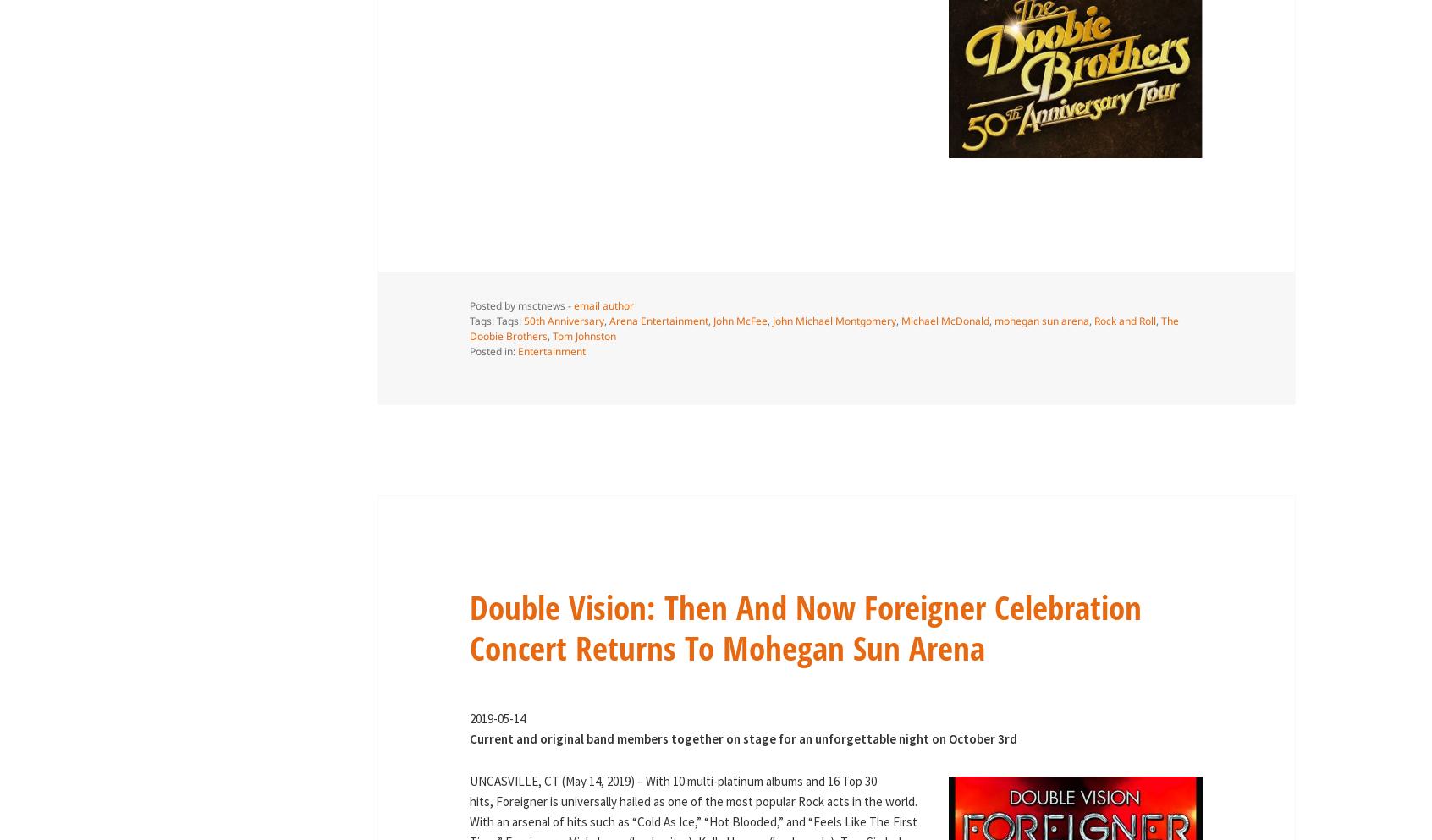 This screenshot has height=840, width=1432. I want to click on 'The Doobie Brothers', so click(823, 327).